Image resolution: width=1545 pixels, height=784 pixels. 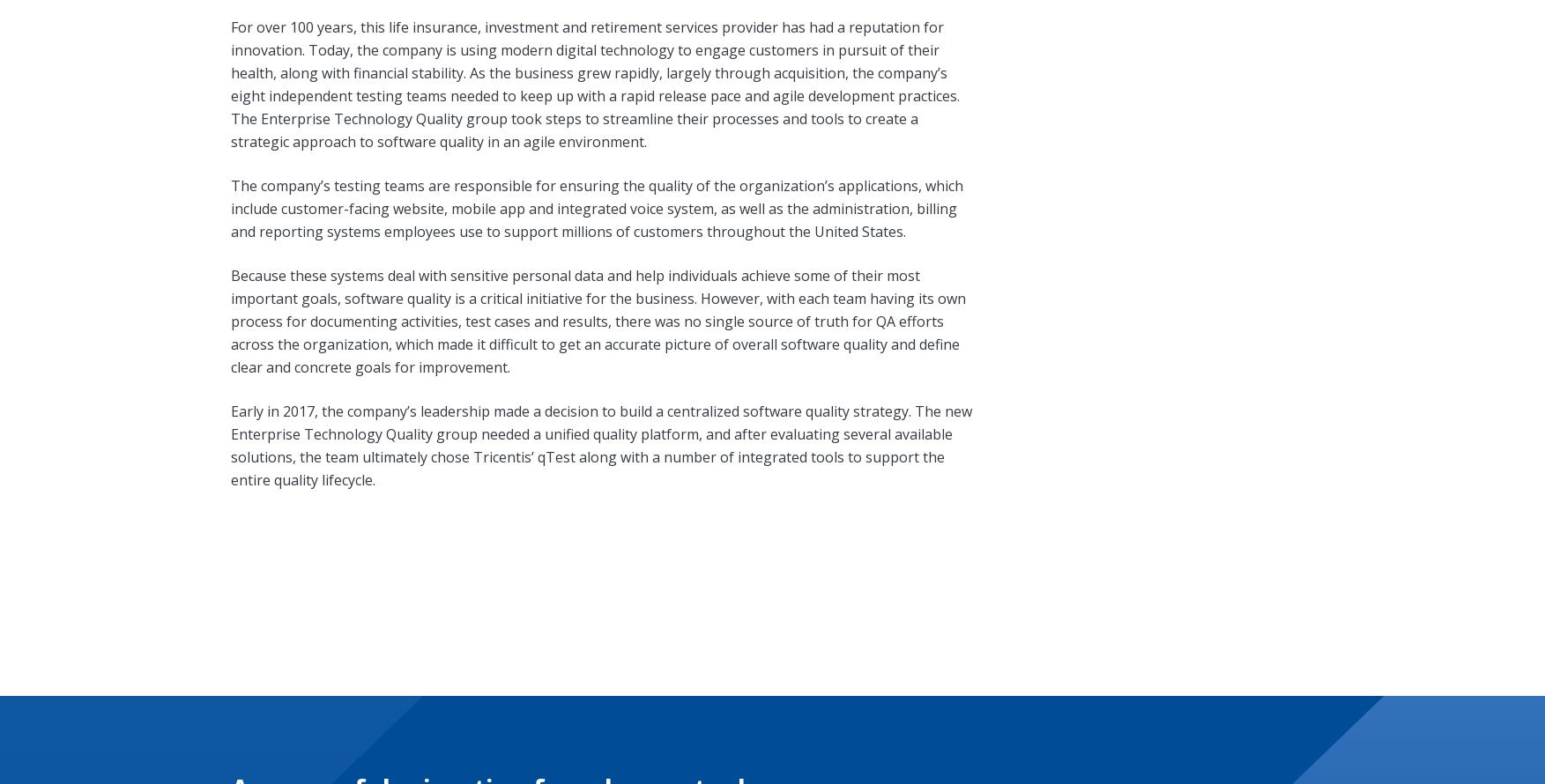 What do you see at coordinates (645, 722) in the screenshot?
I see `'eBooks & Guides'` at bounding box center [645, 722].